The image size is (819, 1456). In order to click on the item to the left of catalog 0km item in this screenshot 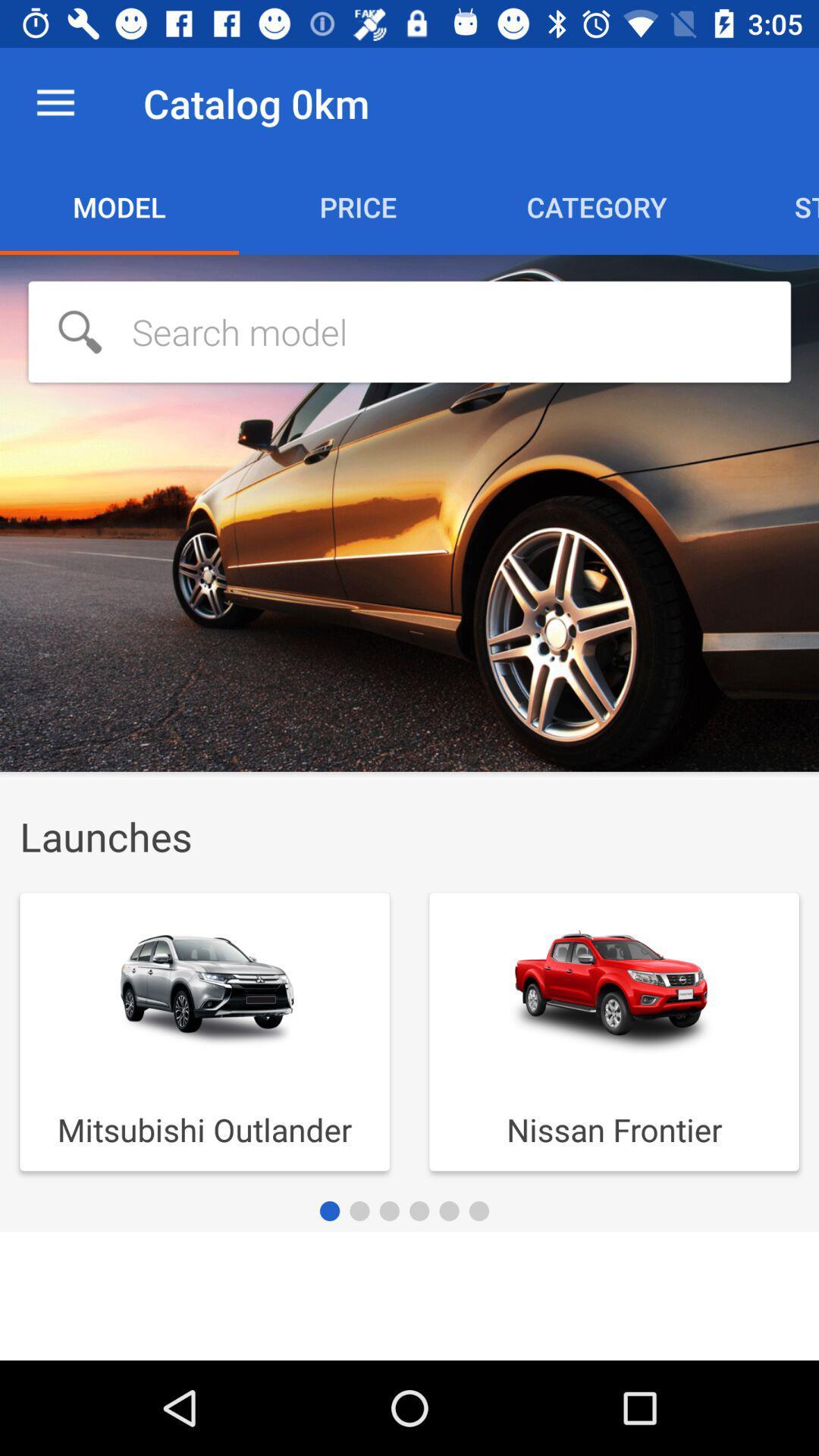, I will do `click(55, 102)`.